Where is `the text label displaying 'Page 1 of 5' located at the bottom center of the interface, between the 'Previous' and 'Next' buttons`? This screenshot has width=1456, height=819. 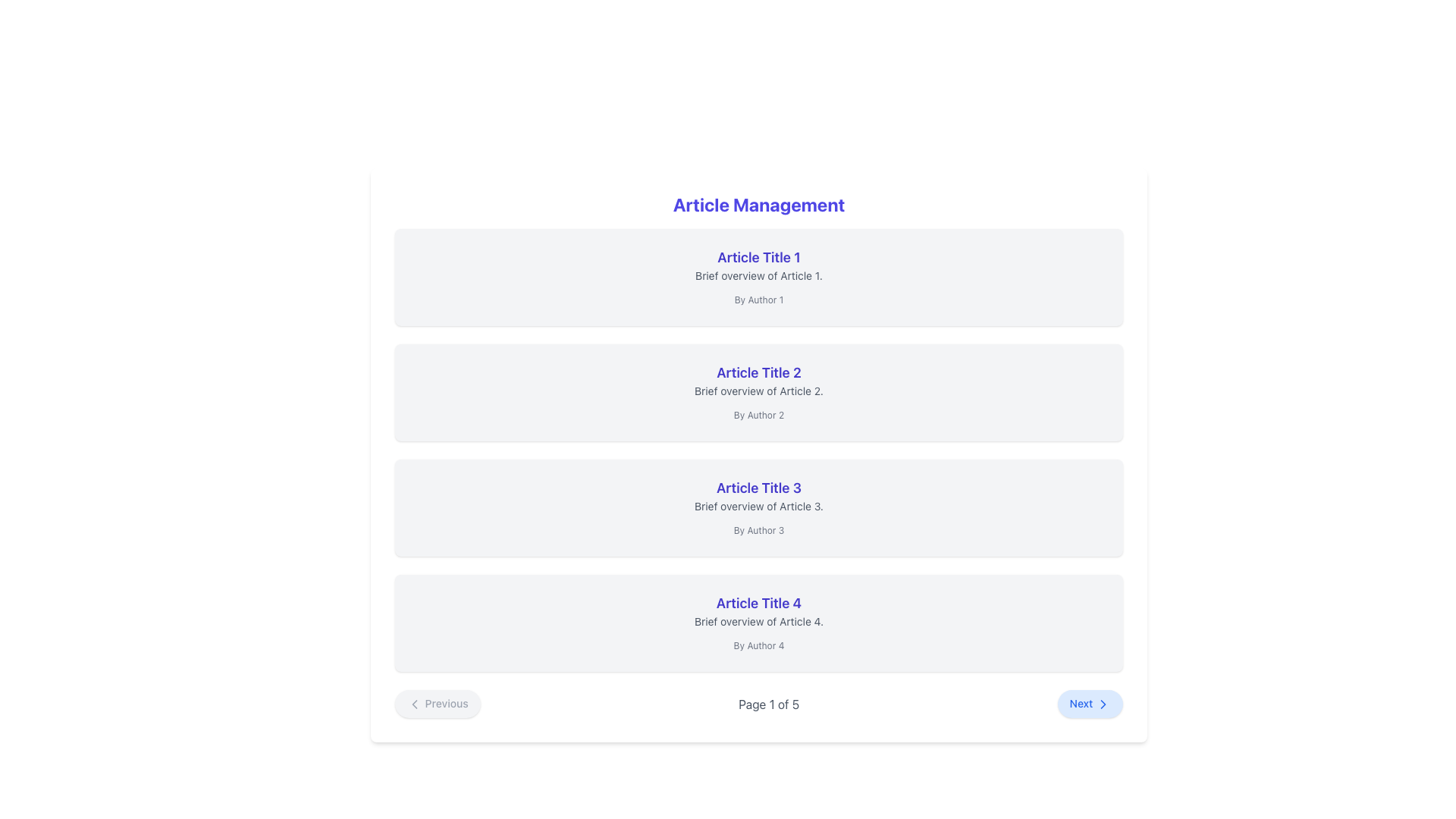 the text label displaying 'Page 1 of 5' located at the bottom center of the interface, between the 'Previous' and 'Next' buttons is located at coordinates (769, 704).